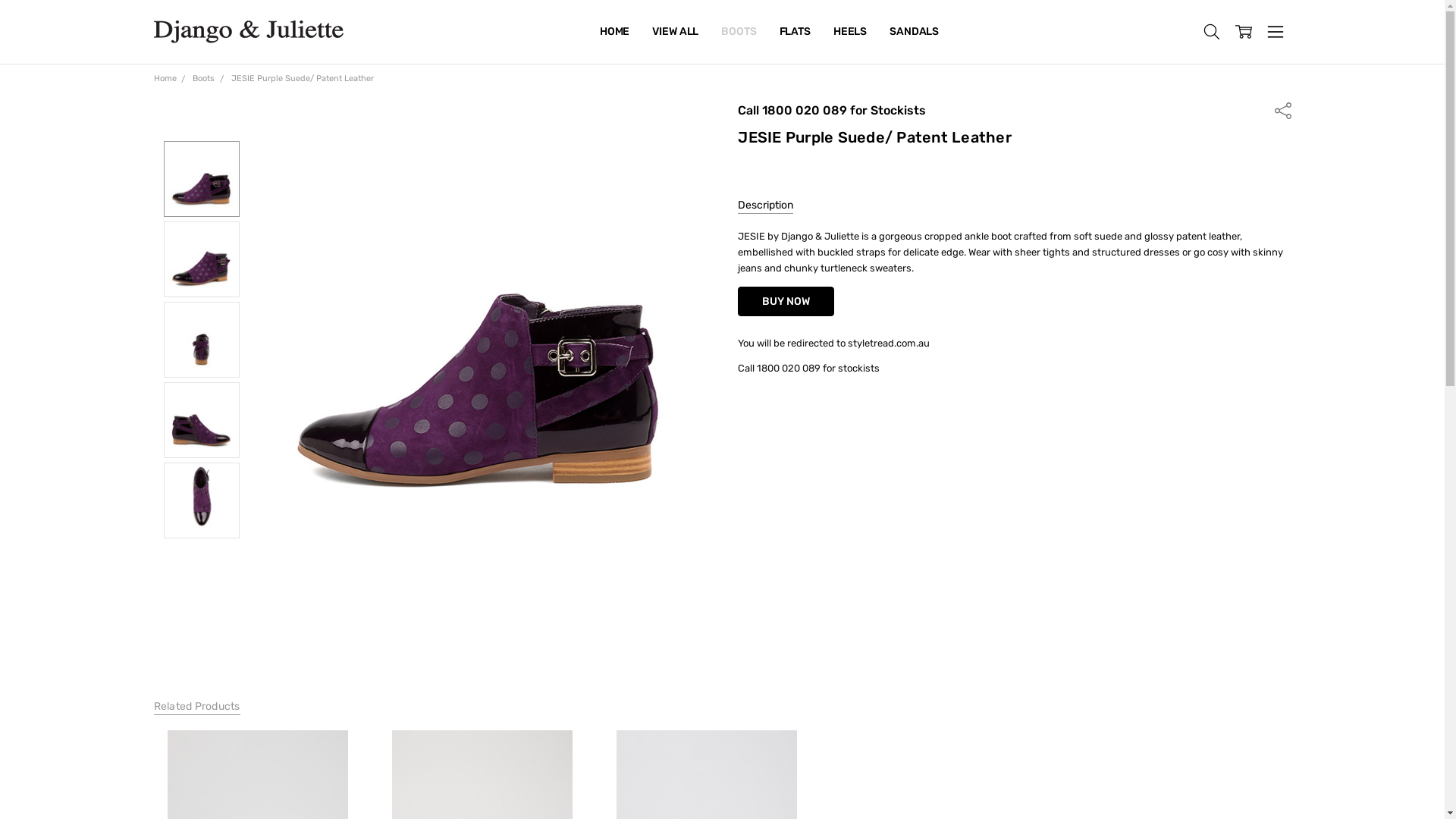 This screenshot has height=819, width=1456. What do you see at coordinates (477, 329) in the screenshot?
I see `'JESIE Purple Suede/ Patent Leather'` at bounding box center [477, 329].